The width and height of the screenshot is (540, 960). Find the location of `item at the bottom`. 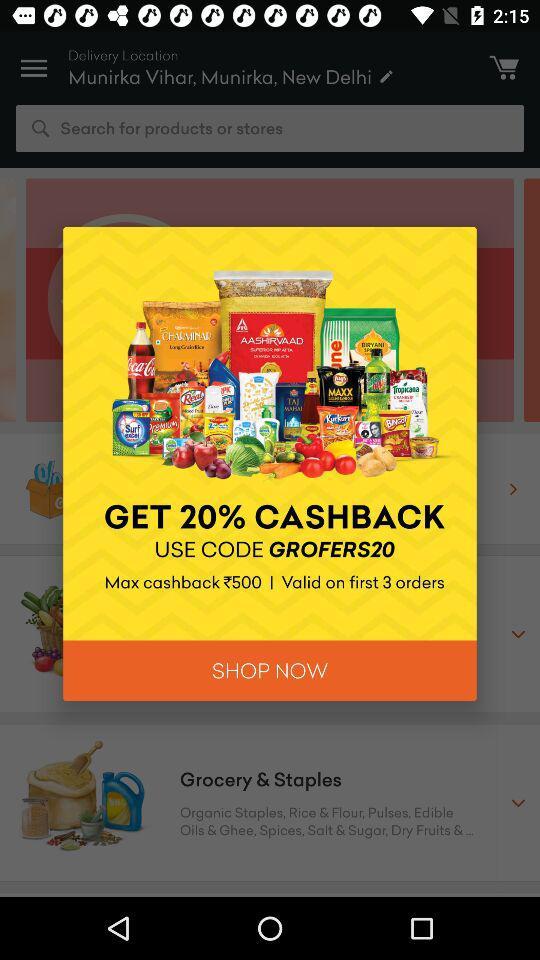

item at the bottom is located at coordinates (270, 670).